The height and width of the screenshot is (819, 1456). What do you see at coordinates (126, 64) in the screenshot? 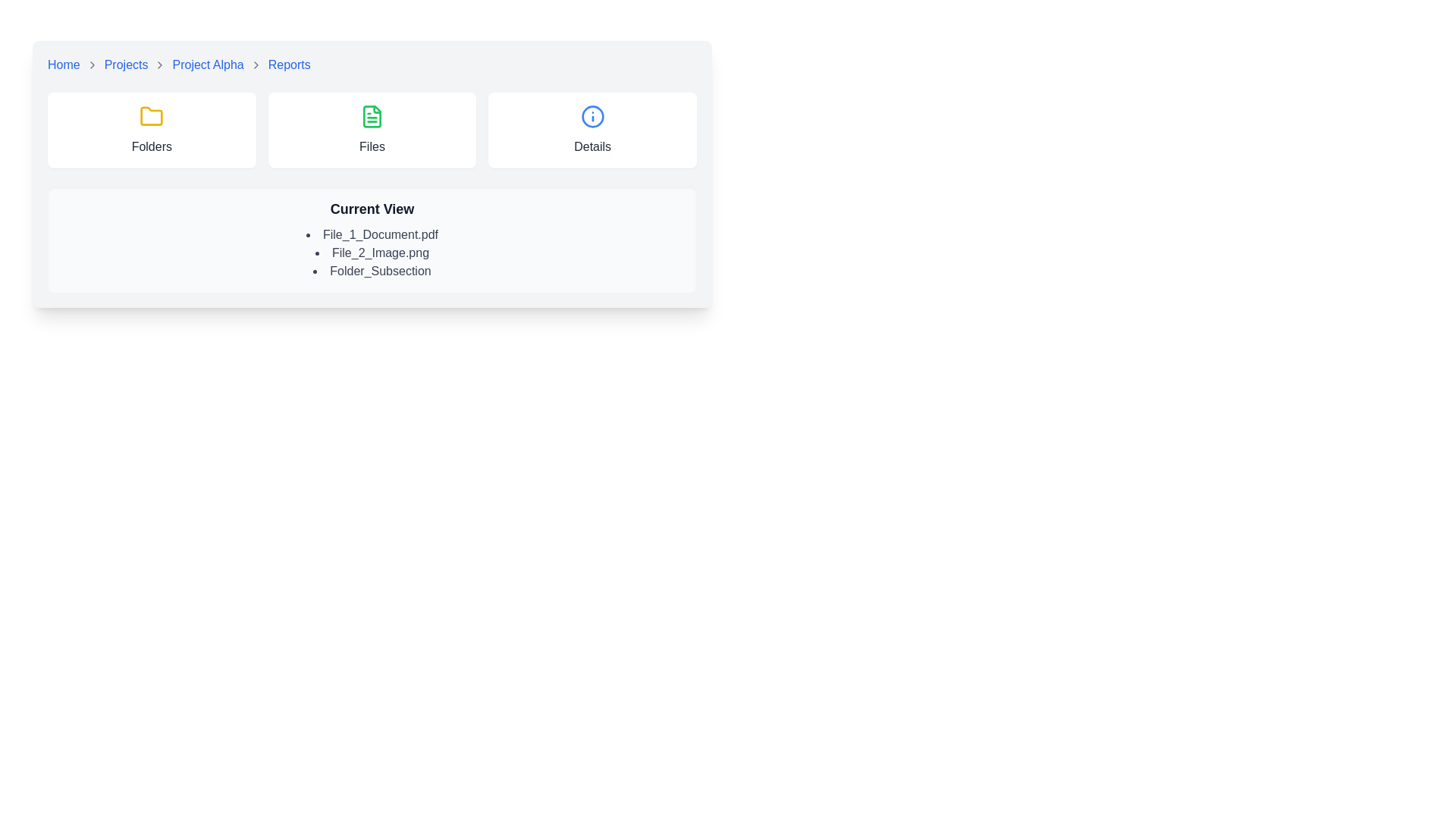
I see `the 'Projects' link in the breadcrumb navigation bar` at bounding box center [126, 64].